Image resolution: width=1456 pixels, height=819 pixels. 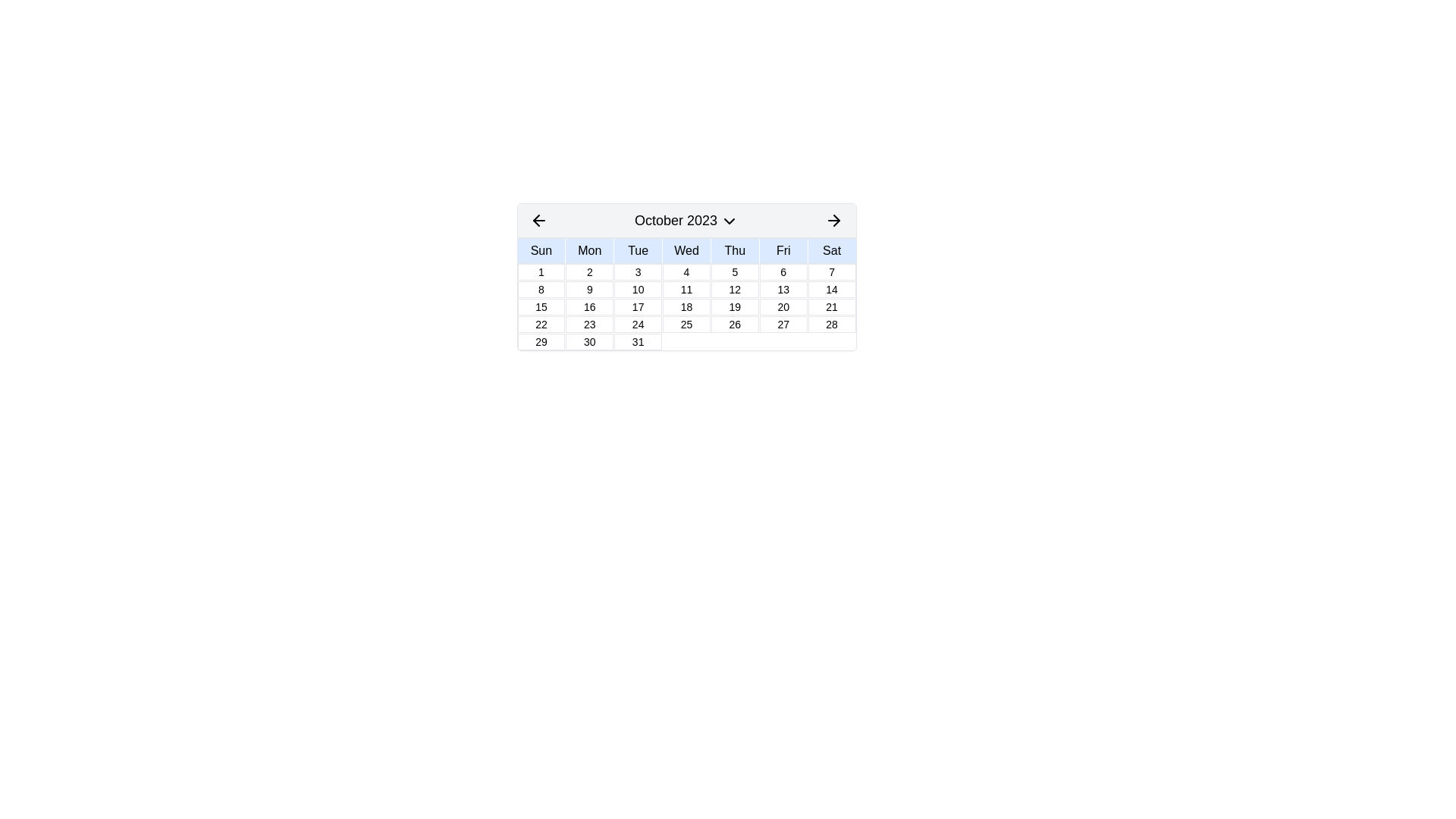 What do you see at coordinates (730, 221) in the screenshot?
I see `the dropdown trigger icon located to the right of the 'October 2023' text` at bounding box center [730, 221].